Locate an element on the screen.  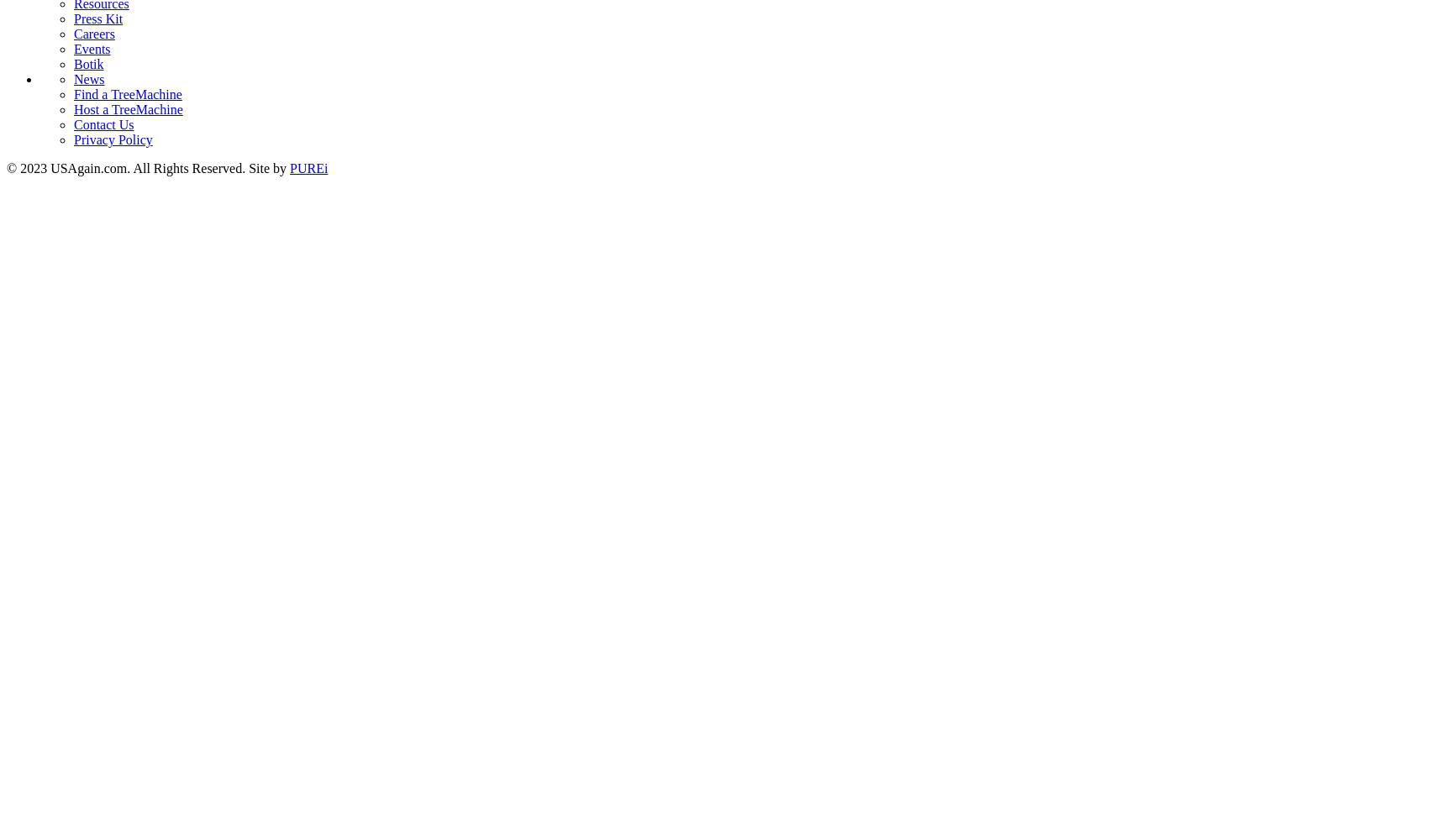
'Botik' is located at coordinates (87, 62).